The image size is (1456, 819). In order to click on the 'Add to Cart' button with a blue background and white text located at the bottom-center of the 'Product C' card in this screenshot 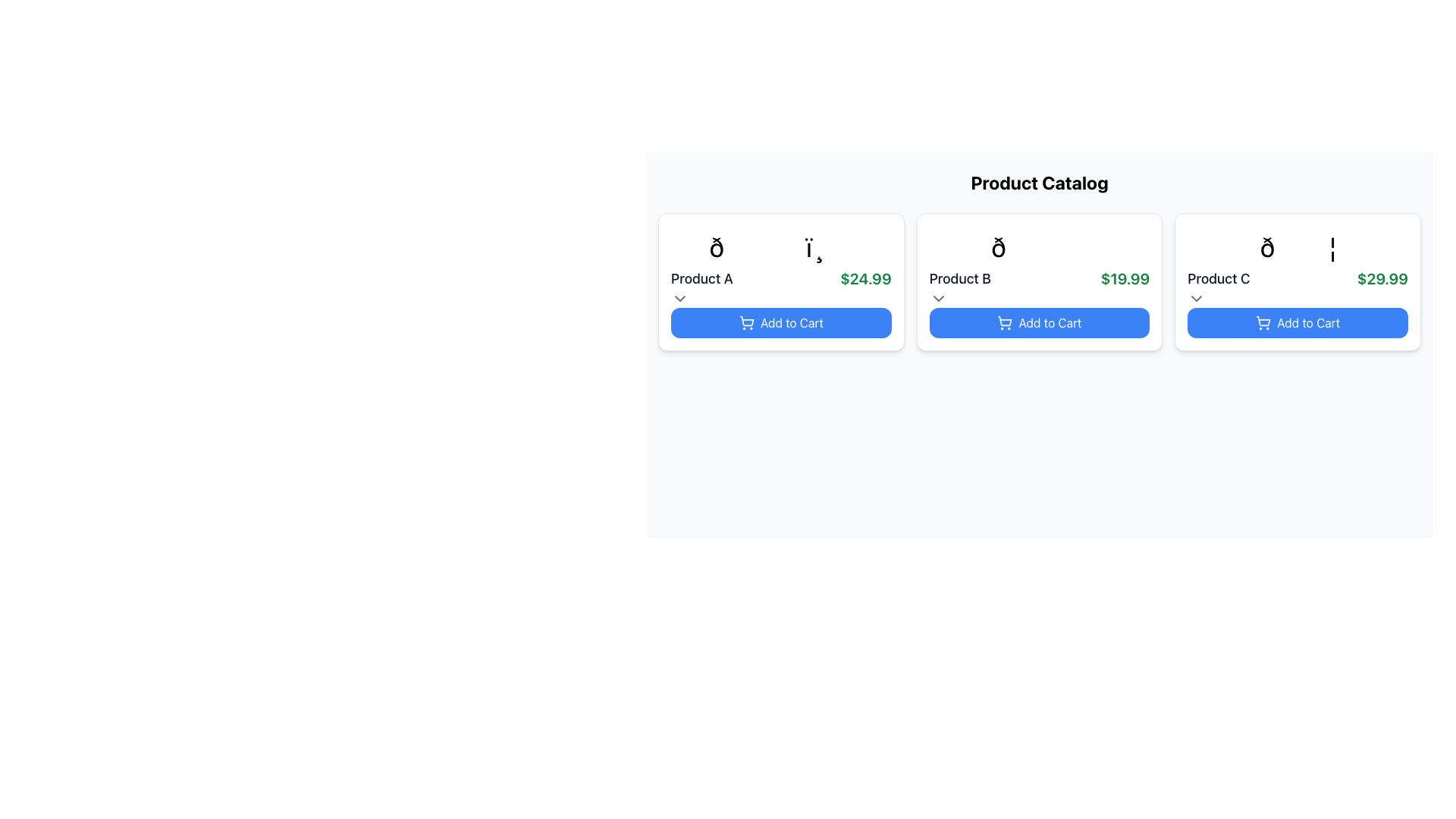, I will do `click(1297, 322)`.